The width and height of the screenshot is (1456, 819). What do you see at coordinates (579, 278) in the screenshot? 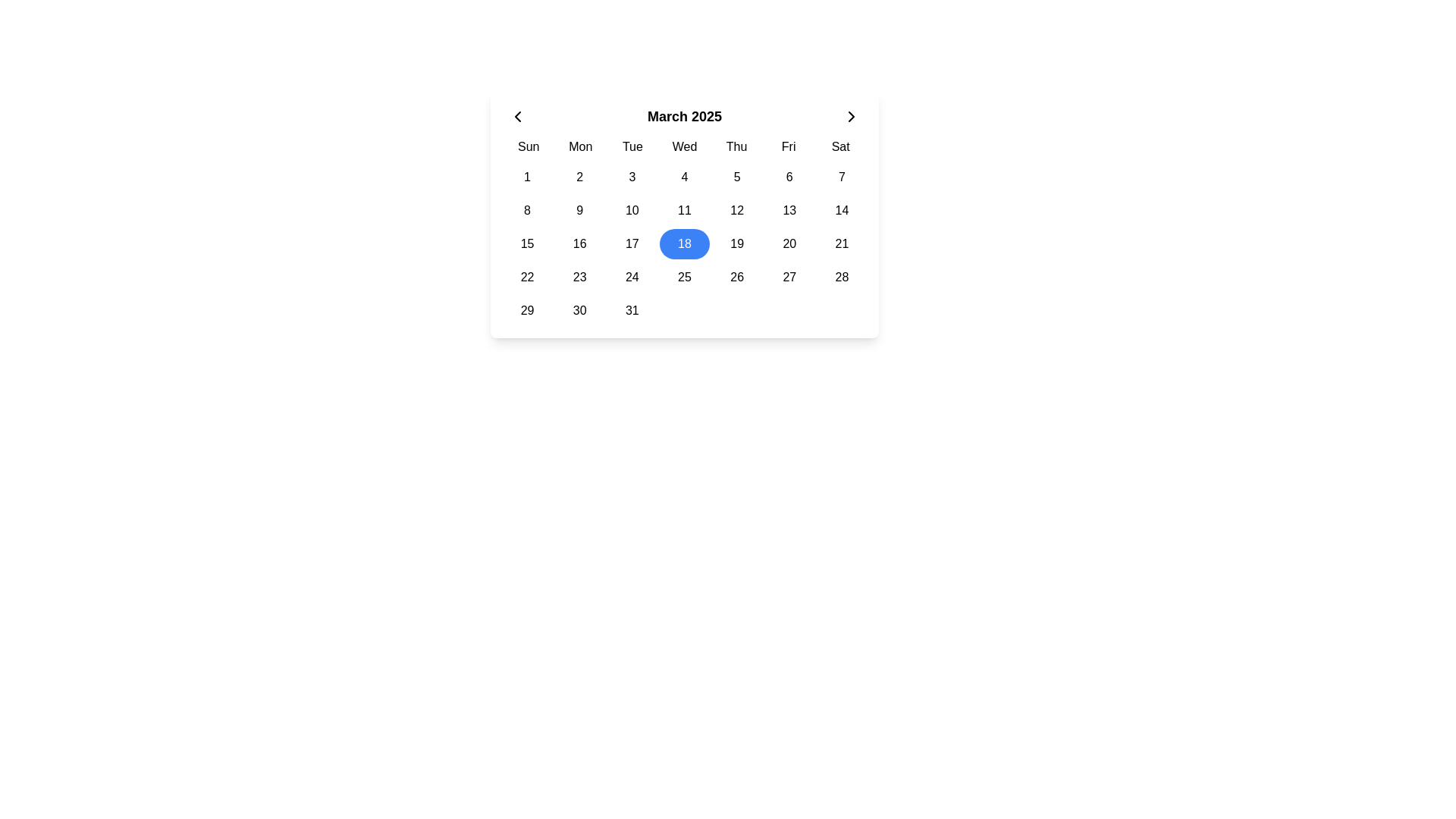
I see `the button representing the '23rd' day of the calendar month, located in the fourth row and second column of the grid layout` at bounding box center [579, 278].